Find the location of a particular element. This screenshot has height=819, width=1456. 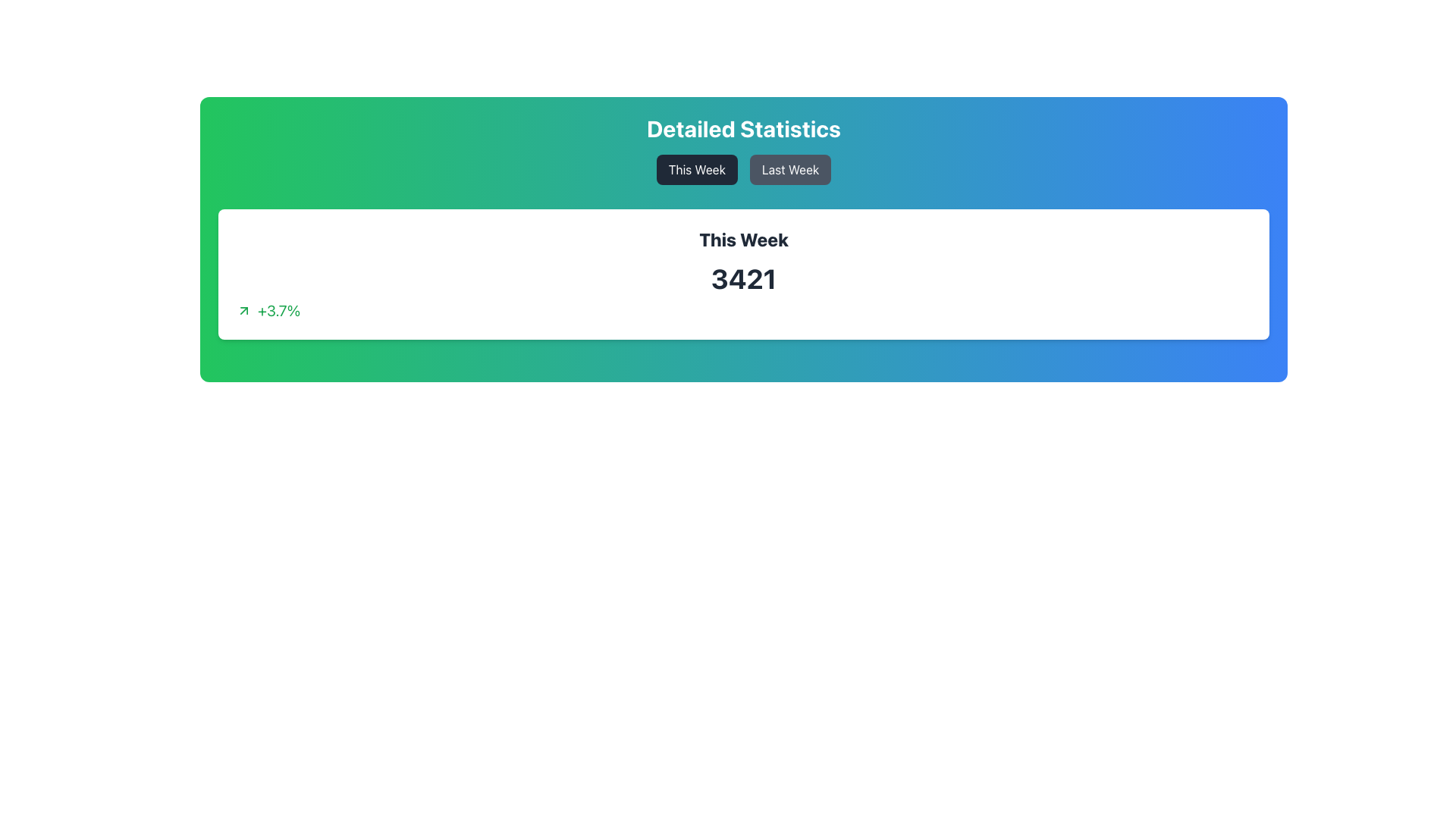

bold, large-sized text that reads 'This Week', which is prominently displayed above a larger numeric value in the highlighted content area is located at coordinates (743, 239).